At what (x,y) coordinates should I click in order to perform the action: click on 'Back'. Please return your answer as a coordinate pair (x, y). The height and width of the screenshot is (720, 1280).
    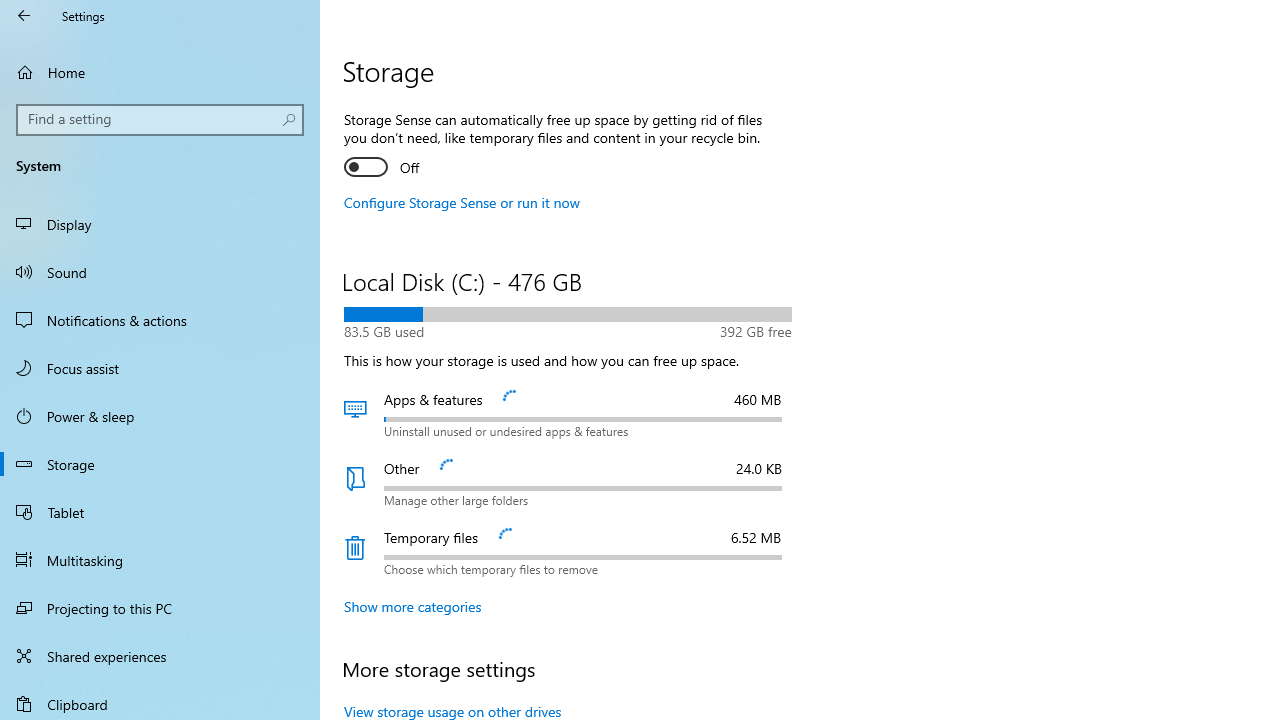
    Looking at the image, I should click on (24, 15).